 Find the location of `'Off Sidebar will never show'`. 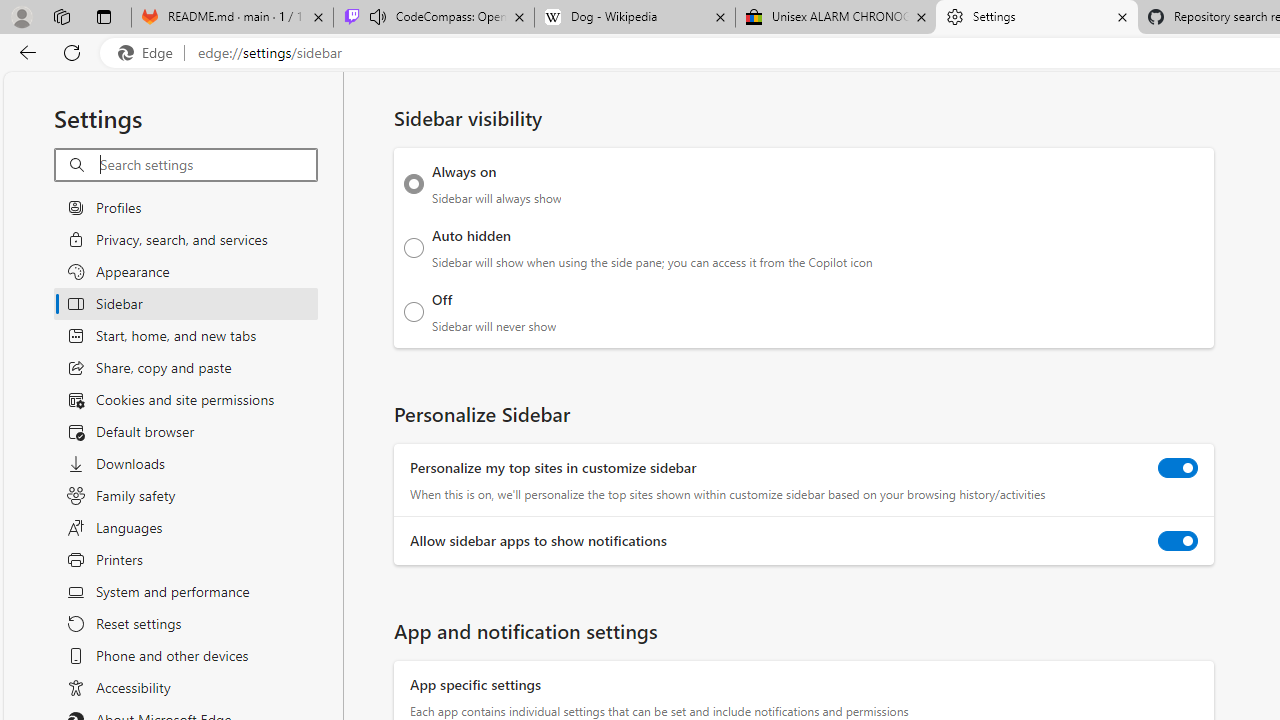

'Off Sidebar will never show' is located at coordinates (413, 311).